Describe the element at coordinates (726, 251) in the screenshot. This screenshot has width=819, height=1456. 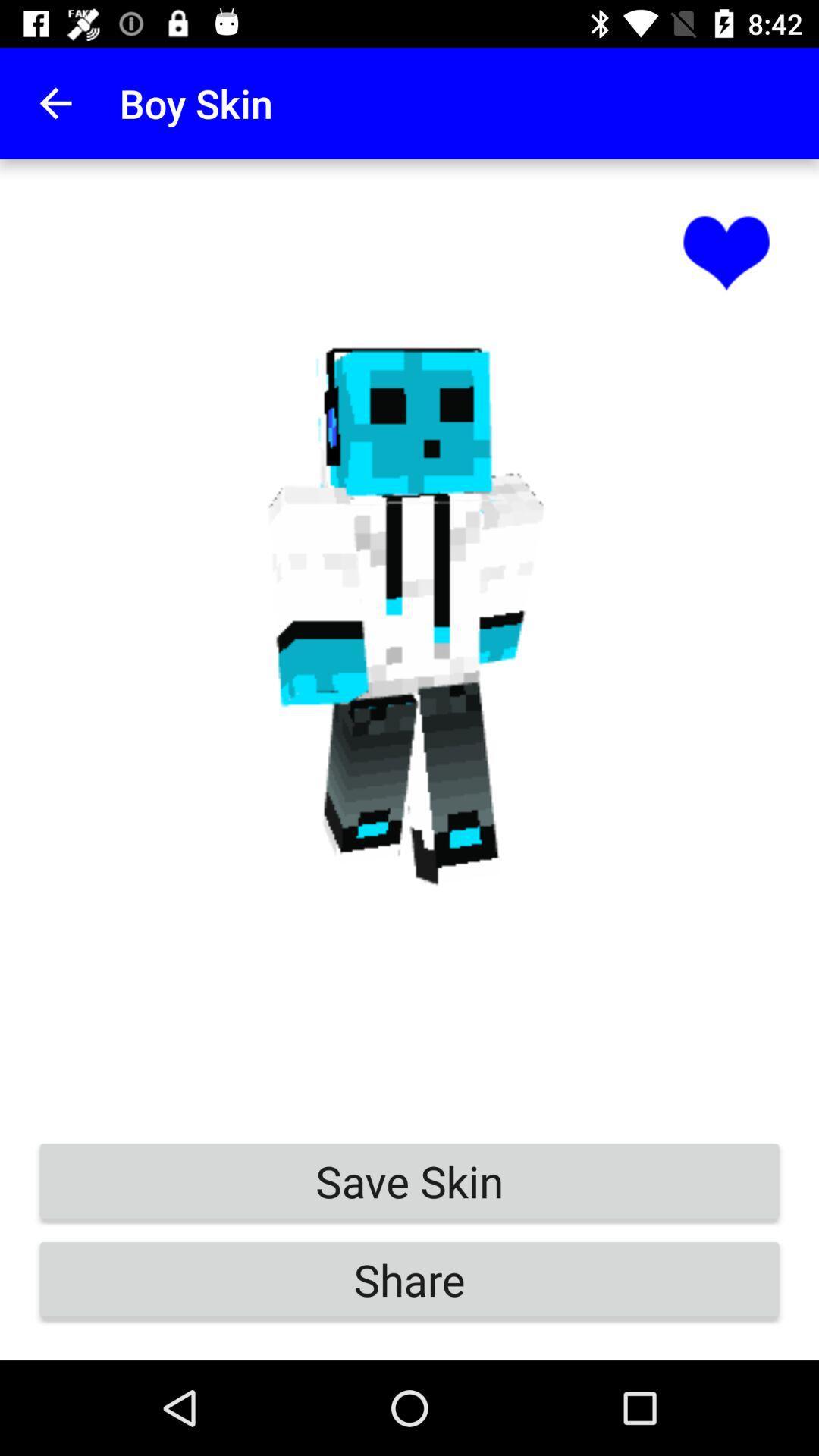
I see `the favorite icon` at that location.